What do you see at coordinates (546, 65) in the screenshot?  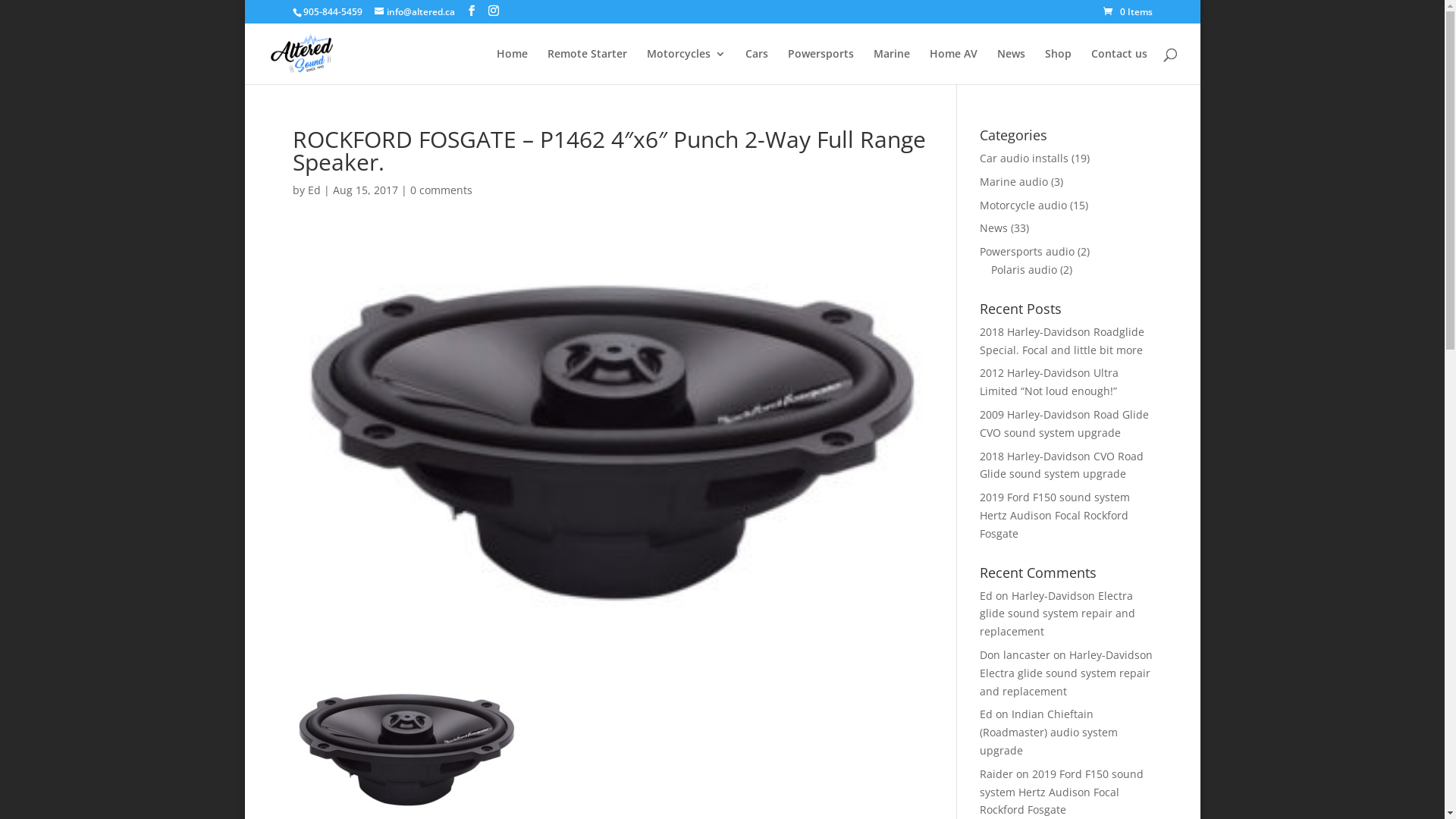 I see `'Remote Starter'` at bounding box center [546, 65].